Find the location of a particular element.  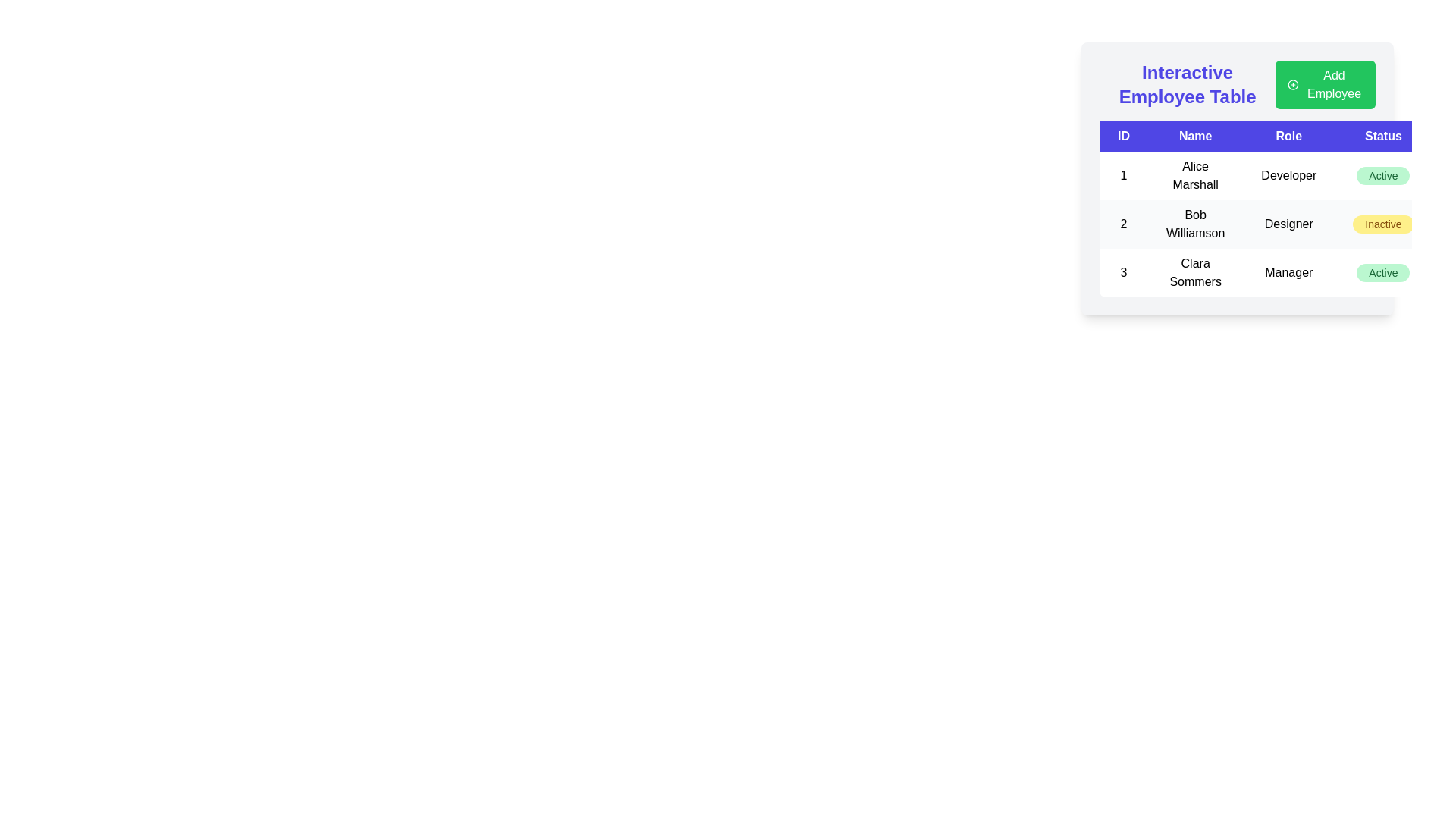

the 'Inactive' status label for user 'Bob Williamson', which has a yellow background and brown text, located in the fourth column of the row is located at coordinates (1383, 224).